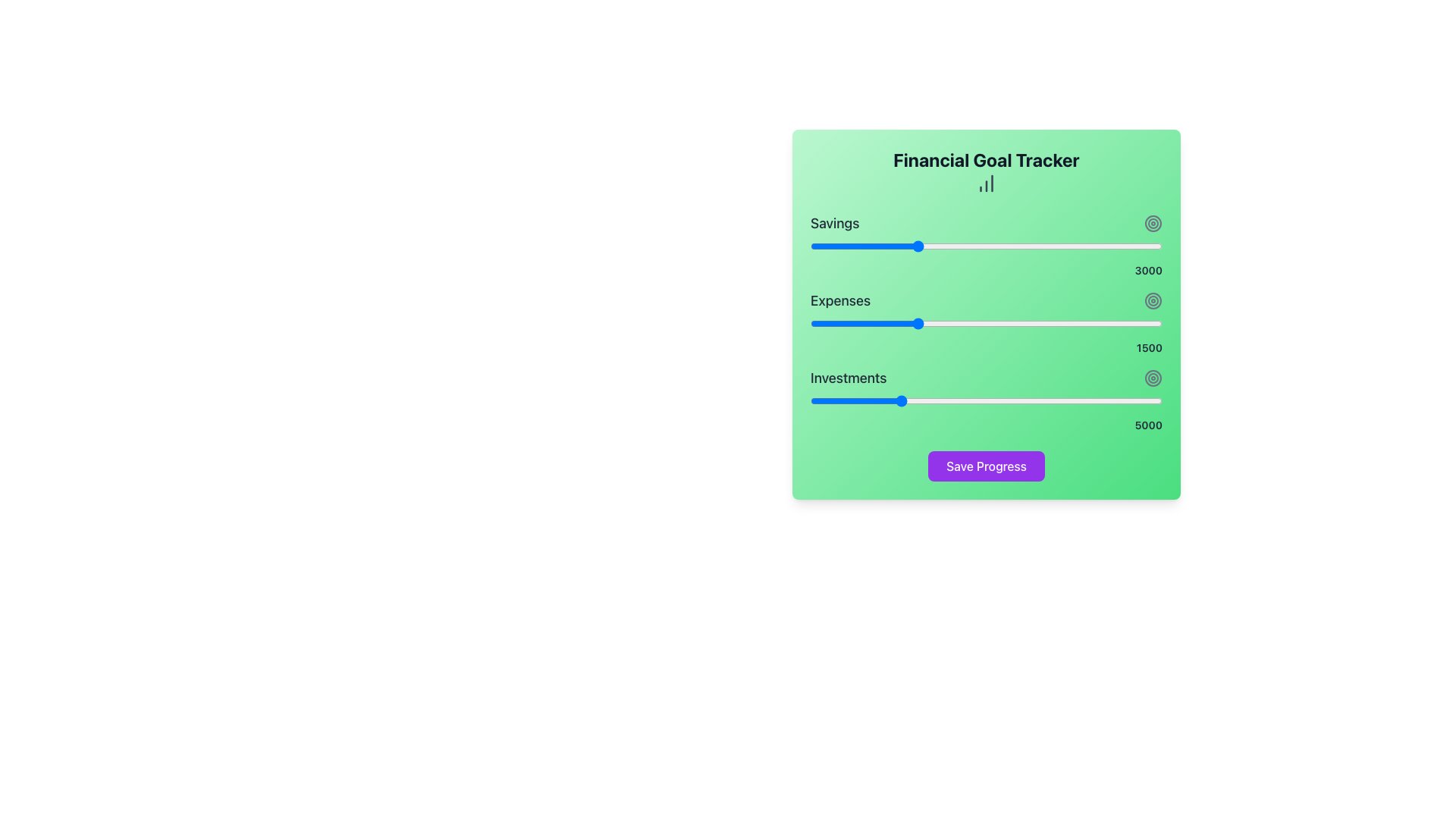 The image size is (1456, 819). What do you see at coordinates (1034, 245) in the screenshot?
I see `the savings value` at bounding box center [1034, 245].